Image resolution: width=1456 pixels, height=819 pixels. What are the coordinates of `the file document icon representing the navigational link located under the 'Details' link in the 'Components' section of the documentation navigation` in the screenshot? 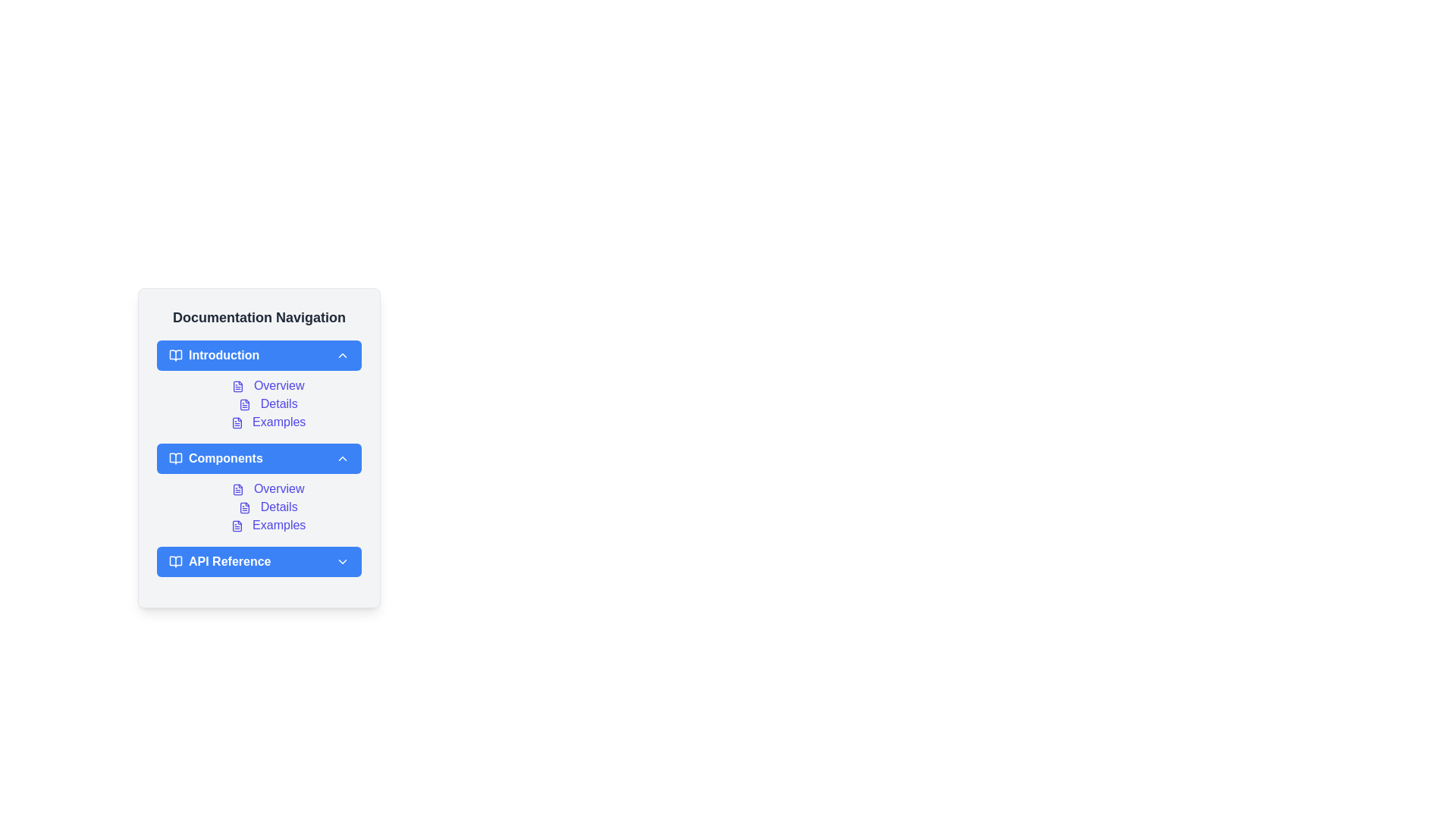 It's located at (245, 507).